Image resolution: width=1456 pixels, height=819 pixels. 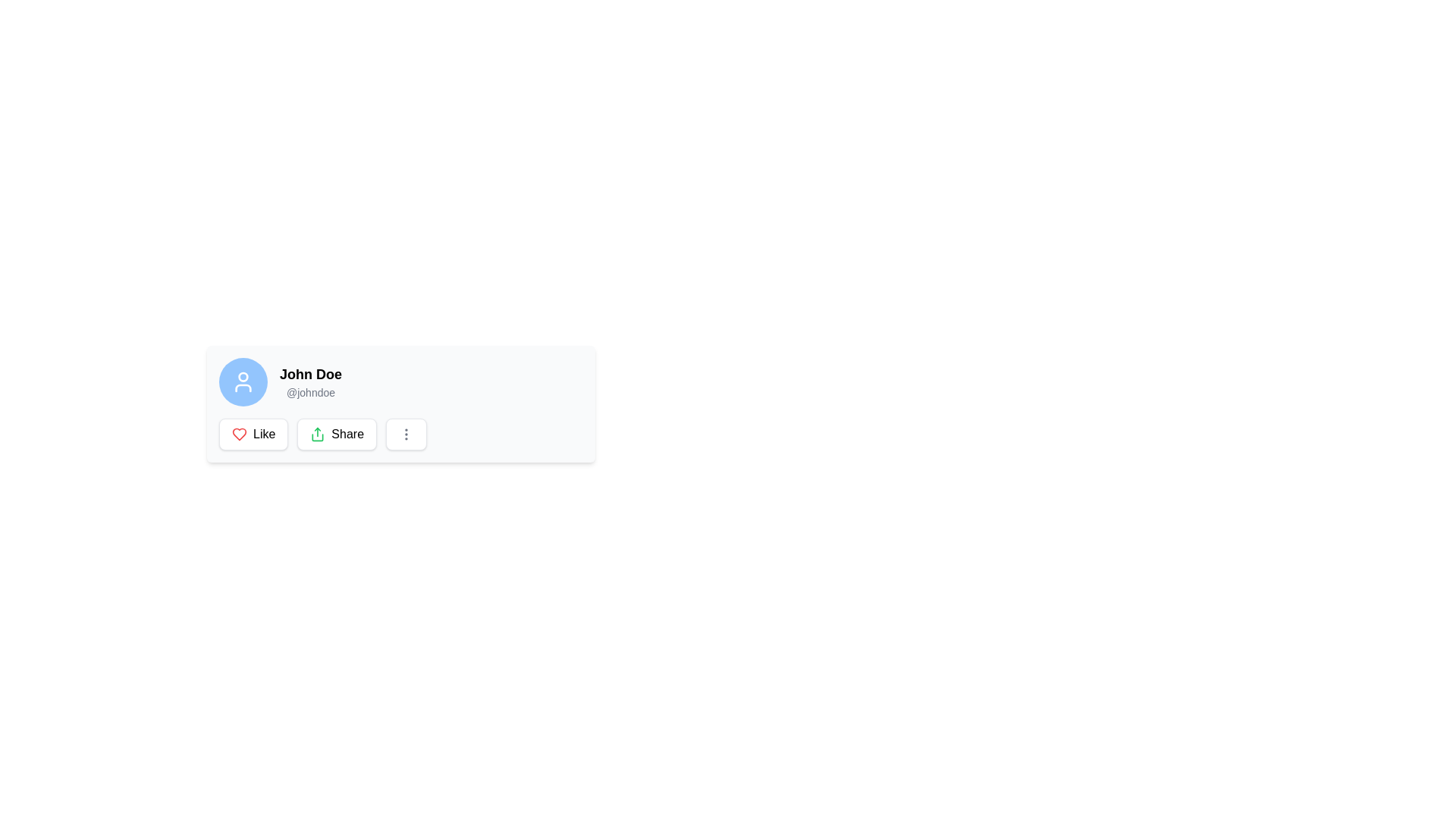 What do you see at coordinates (400, 435) in the screenshot?
I see `the menu button represented by three vertically aligned gray dots located in the Action button group beneath the username 'John Doe'` at bounding box center [400, 435].